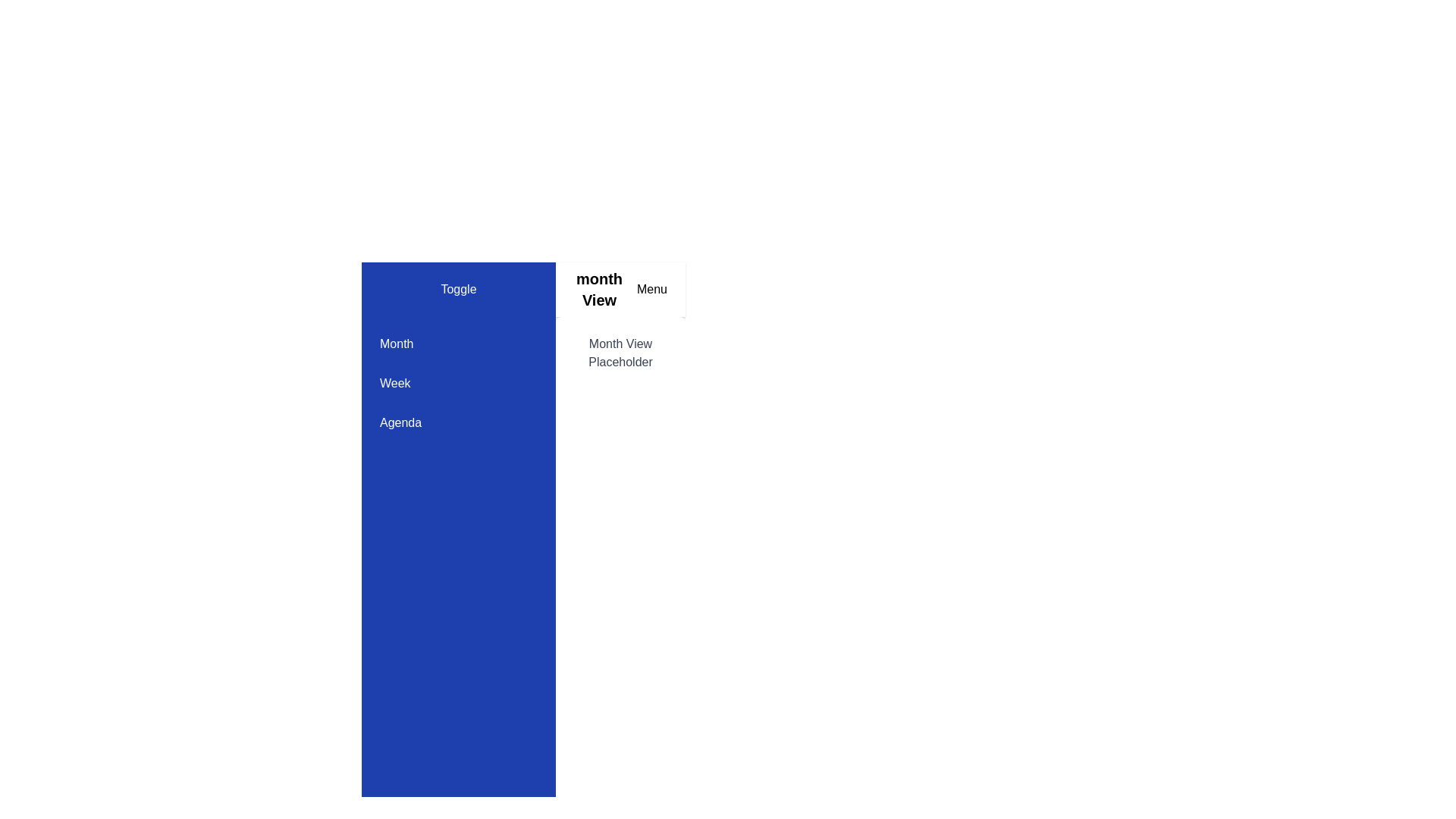 The image size is (1456, 819). I want to click on the 'Agenda' button located at the bottom of the vertical list in the left side panel, so click(457, 423).